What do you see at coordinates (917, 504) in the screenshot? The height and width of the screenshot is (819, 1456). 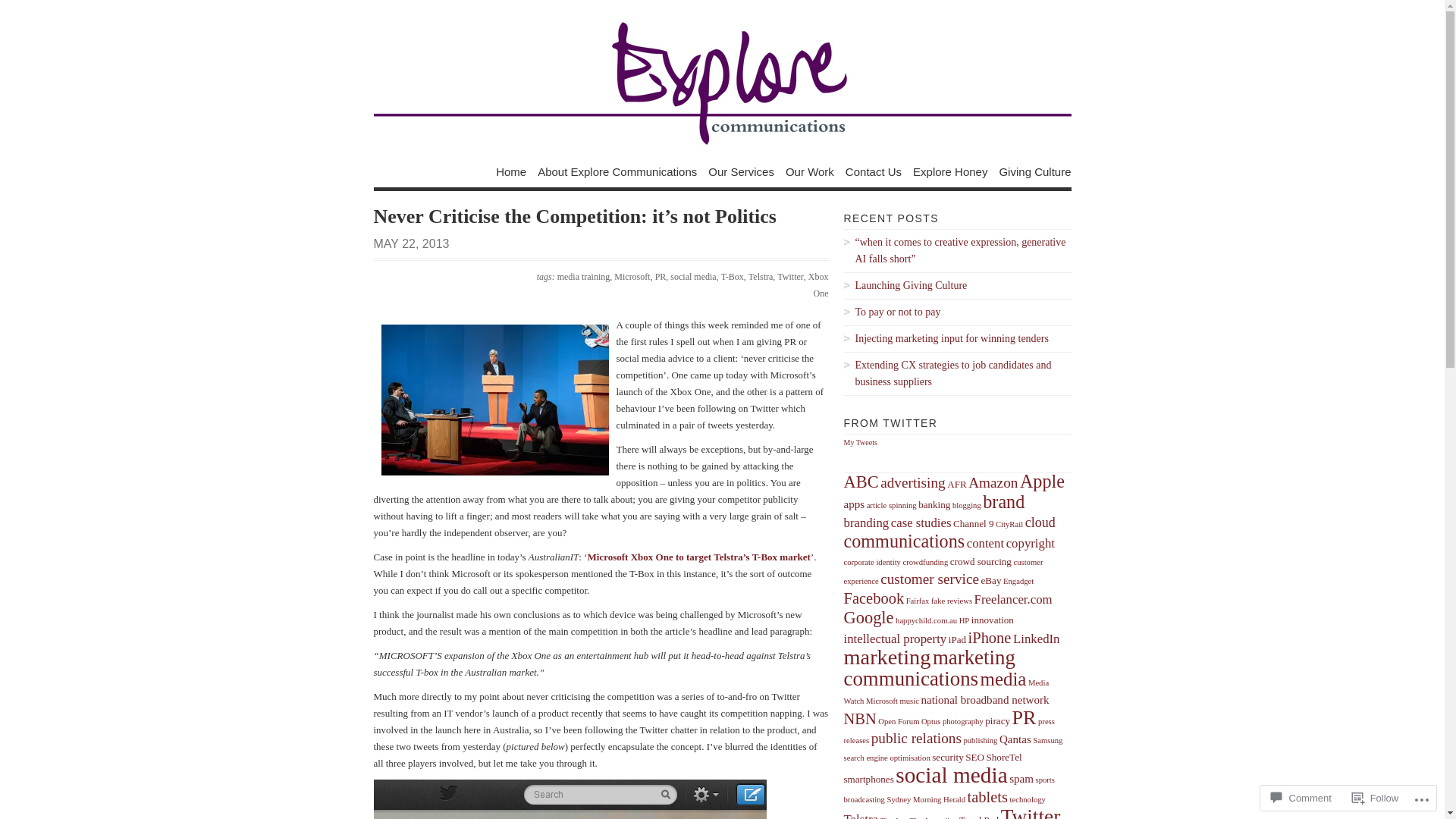 I see `'banking'` at bounding box center [917, 504].